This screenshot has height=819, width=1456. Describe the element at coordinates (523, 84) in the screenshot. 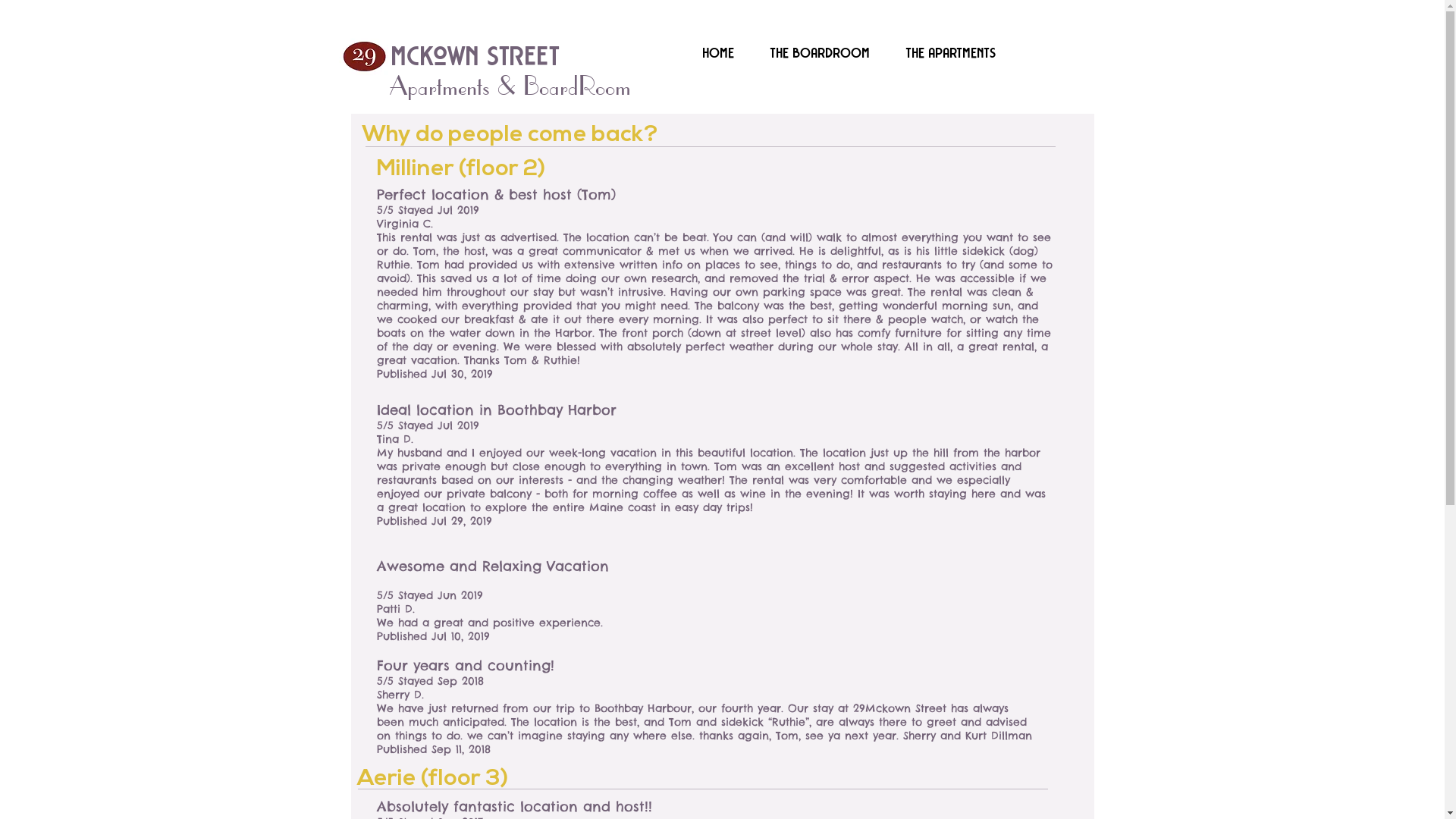

I see `'BoardRoom'` at that location.